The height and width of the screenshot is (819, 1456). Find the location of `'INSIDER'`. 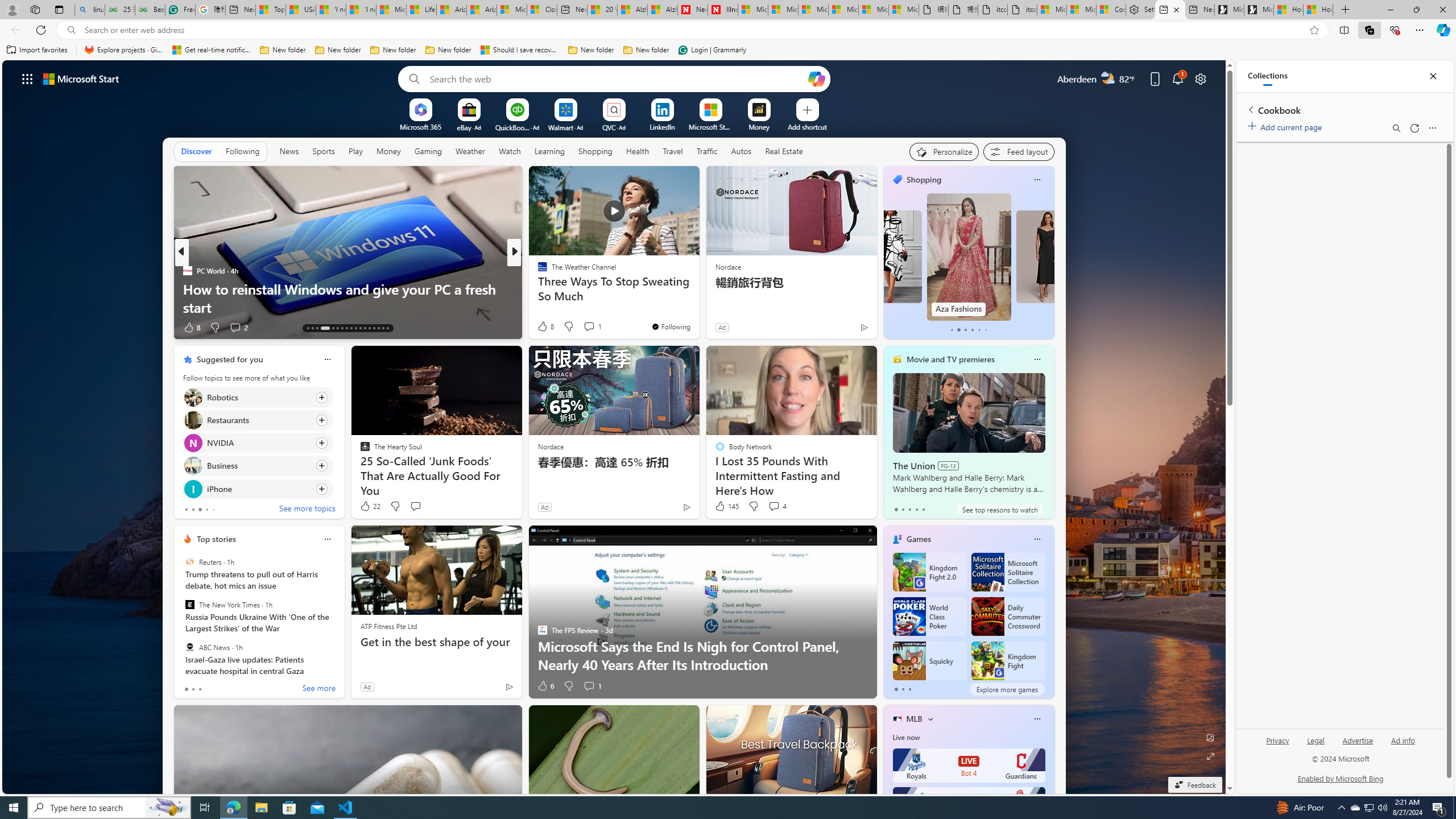

'INSIDER' is located at coordinates (537, 270).